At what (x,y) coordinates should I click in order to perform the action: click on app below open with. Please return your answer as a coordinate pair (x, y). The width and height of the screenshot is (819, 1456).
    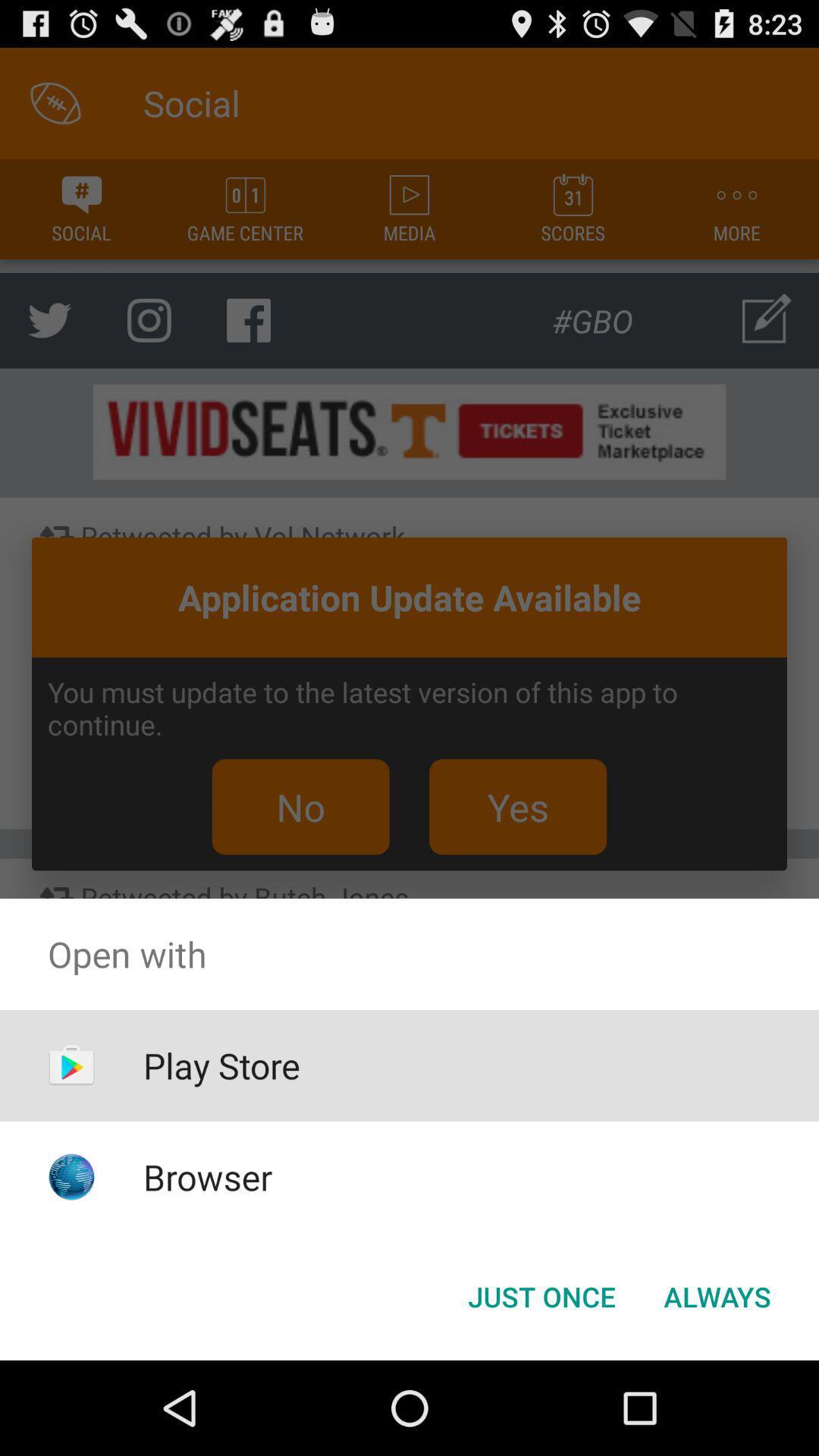
    Looking at the image, I should click on (717, 1295).